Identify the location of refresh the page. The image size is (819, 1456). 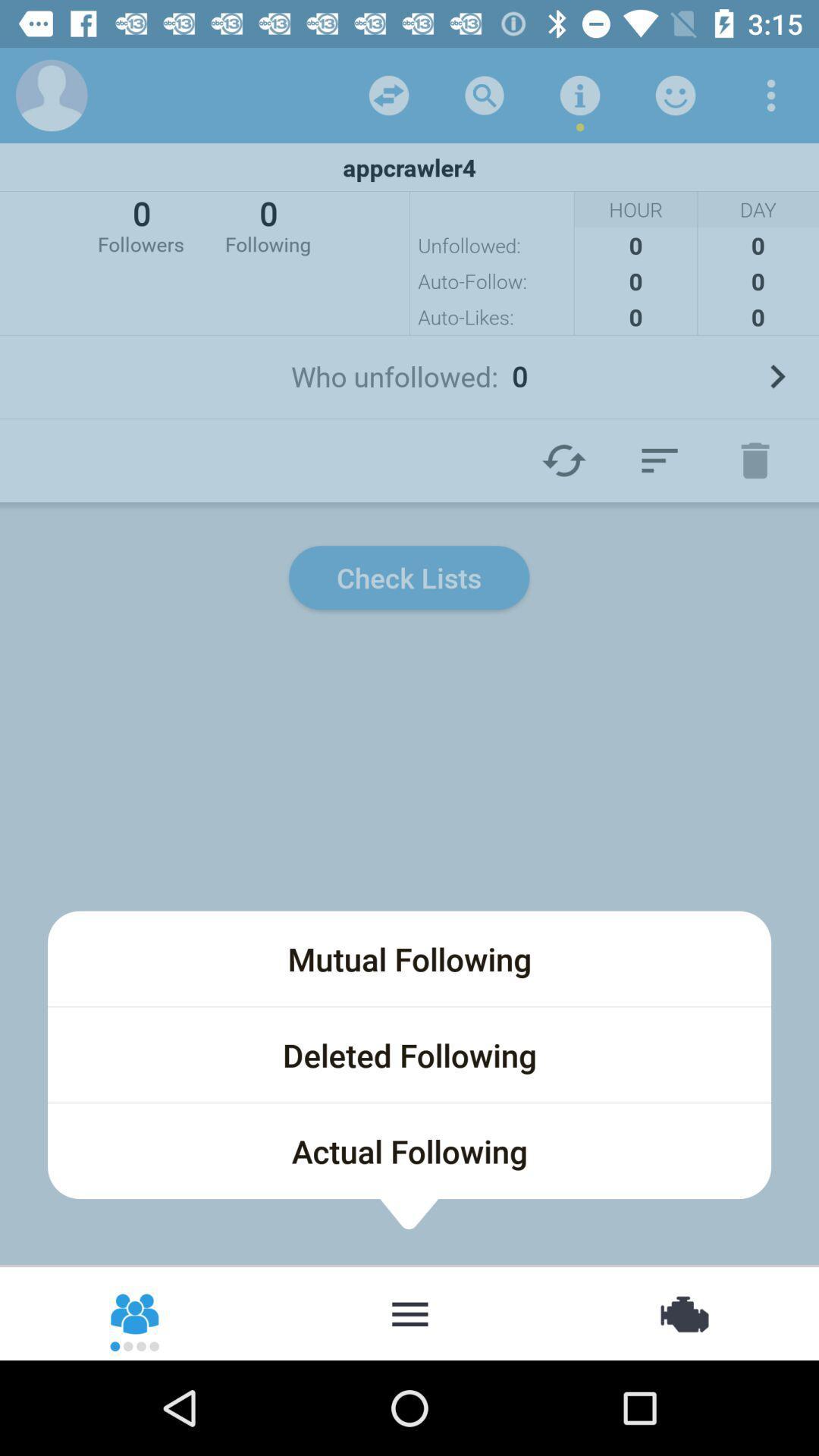
(564, 460).